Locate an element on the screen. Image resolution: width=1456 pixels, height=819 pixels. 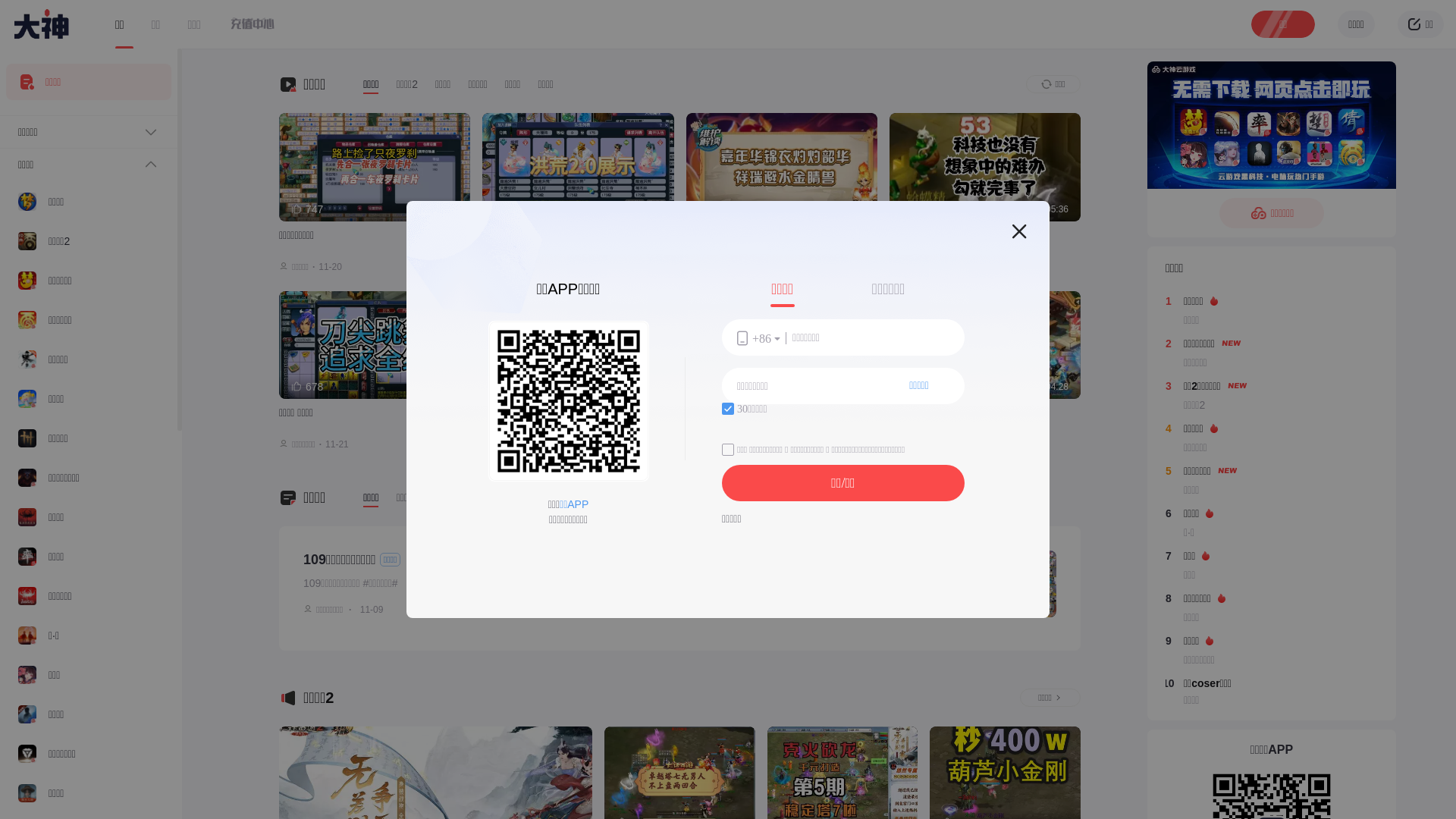
'678' is located at coordinates (306, 385).